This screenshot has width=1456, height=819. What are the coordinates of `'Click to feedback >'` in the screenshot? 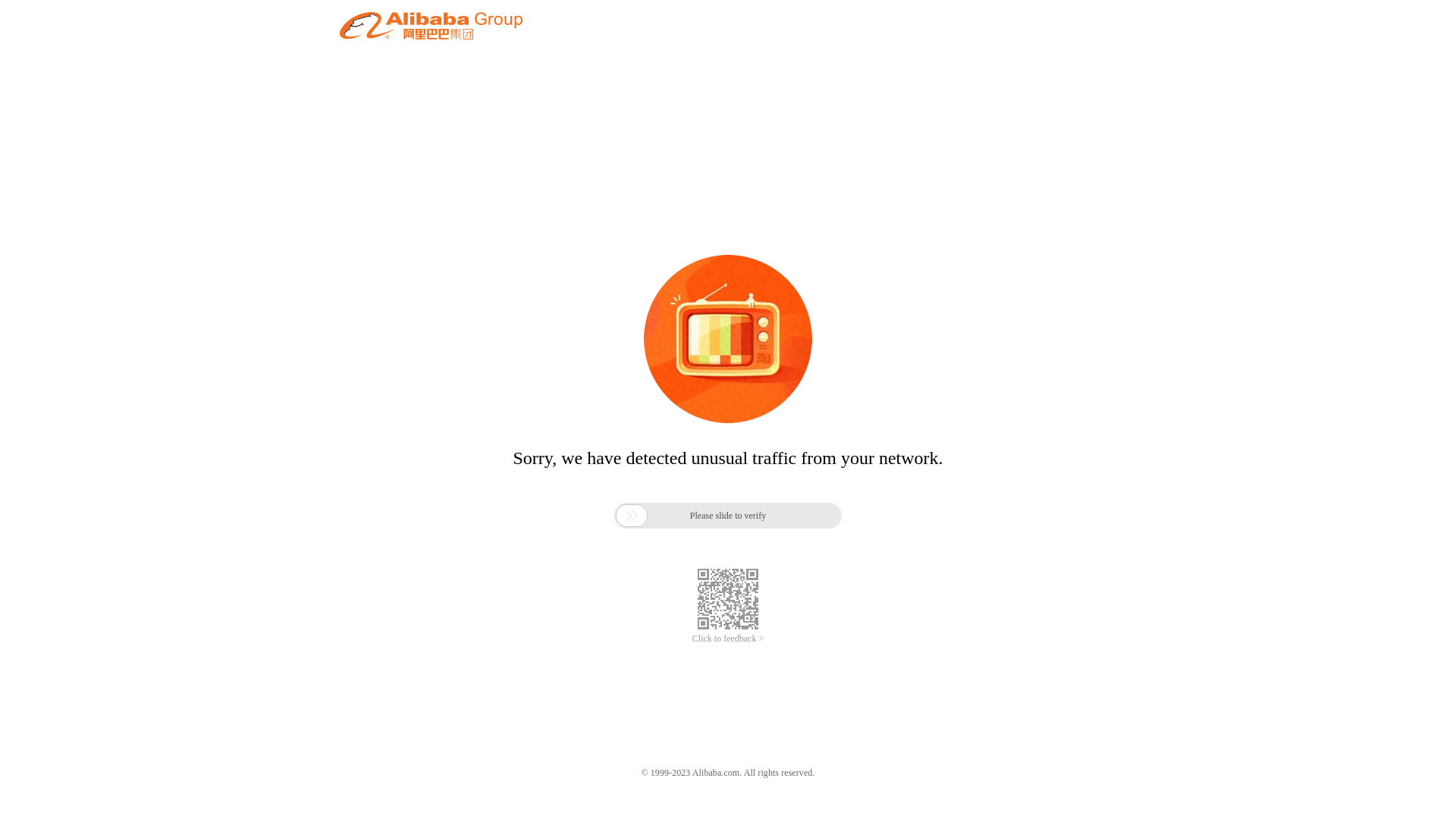 It's located at (728, 639).